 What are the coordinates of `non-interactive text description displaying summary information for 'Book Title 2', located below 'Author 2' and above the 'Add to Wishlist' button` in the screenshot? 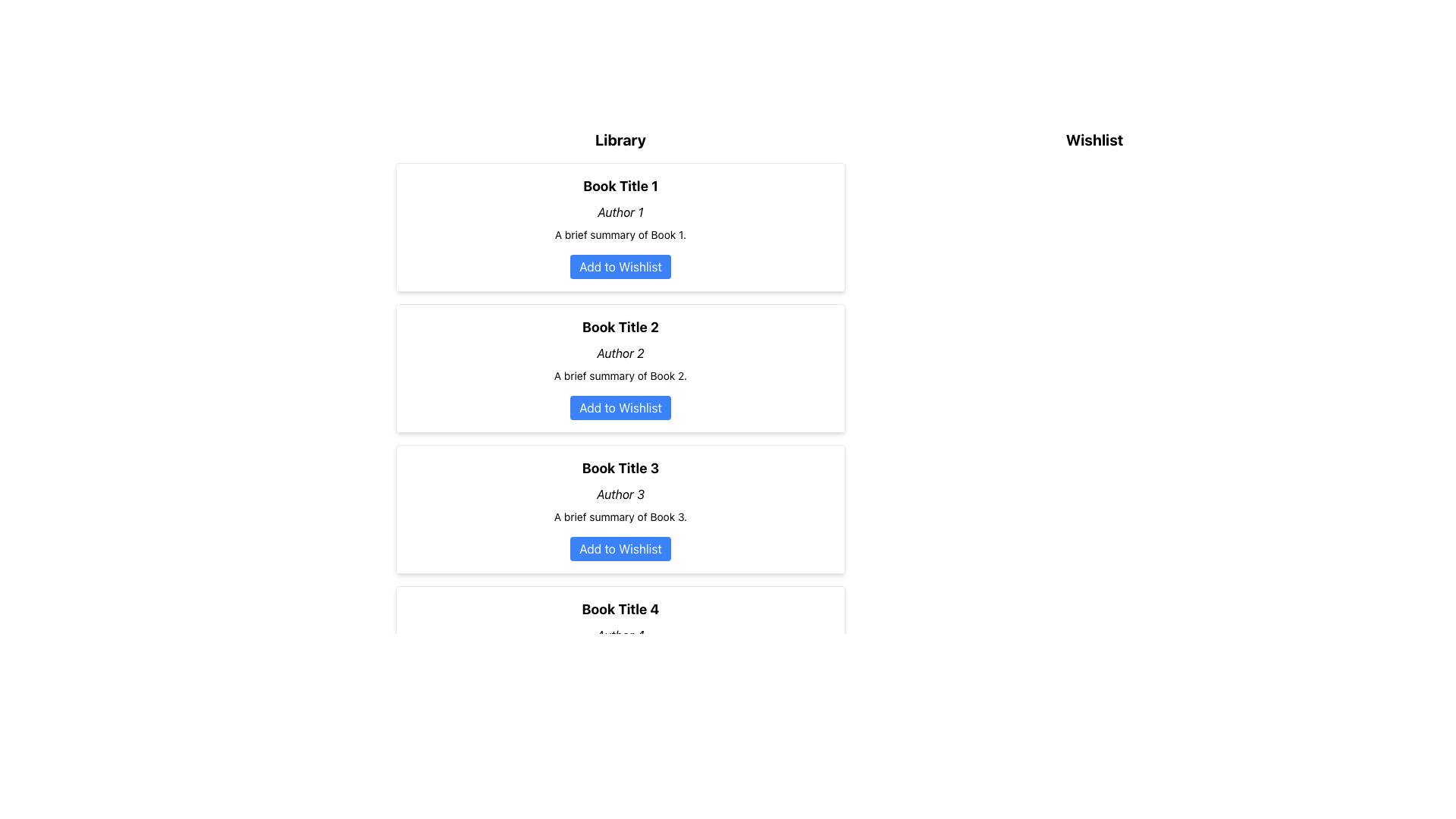 It's located at (620, 375).